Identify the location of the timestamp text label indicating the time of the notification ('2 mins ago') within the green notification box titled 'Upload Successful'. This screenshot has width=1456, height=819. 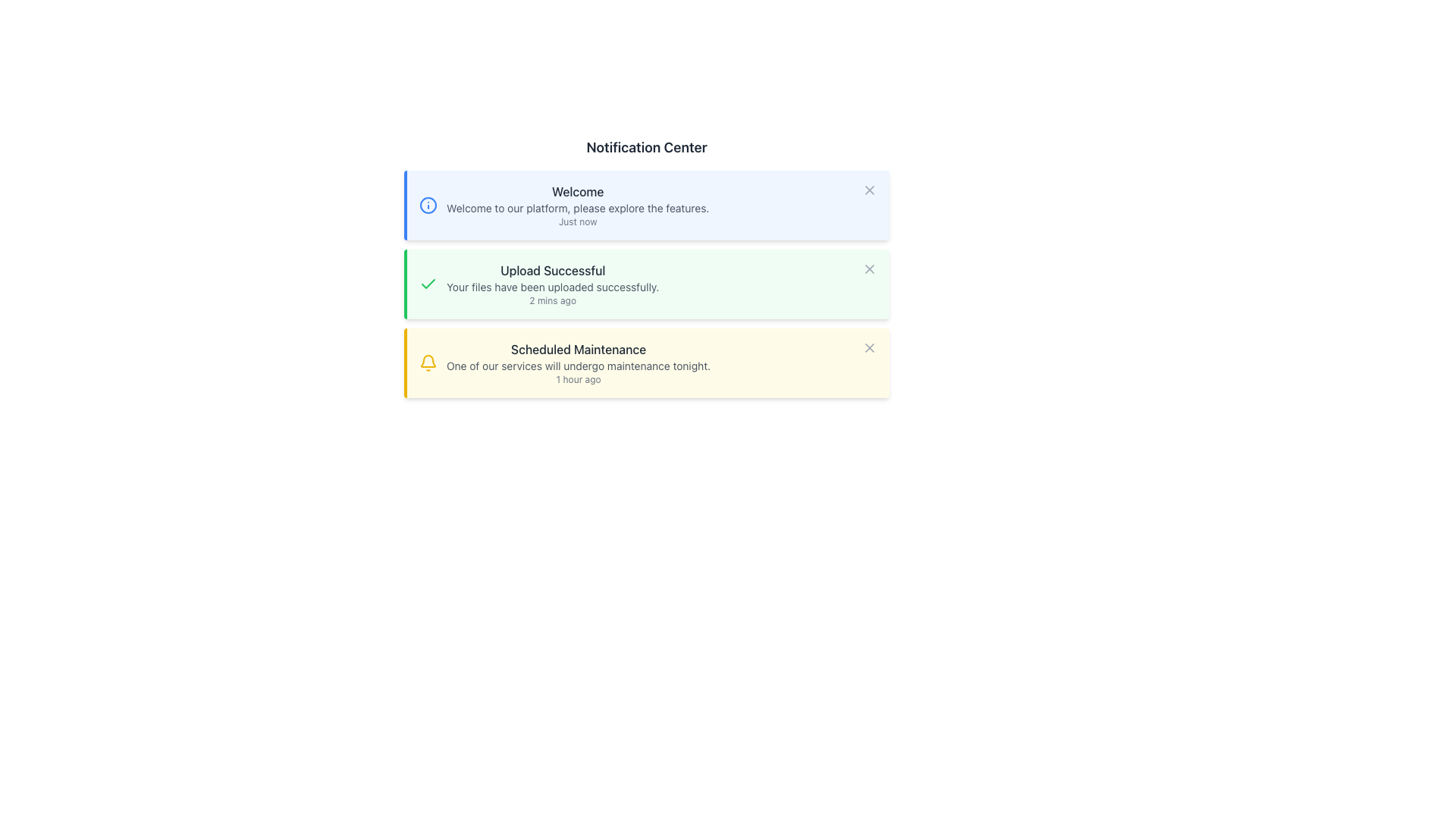
(552, 301).